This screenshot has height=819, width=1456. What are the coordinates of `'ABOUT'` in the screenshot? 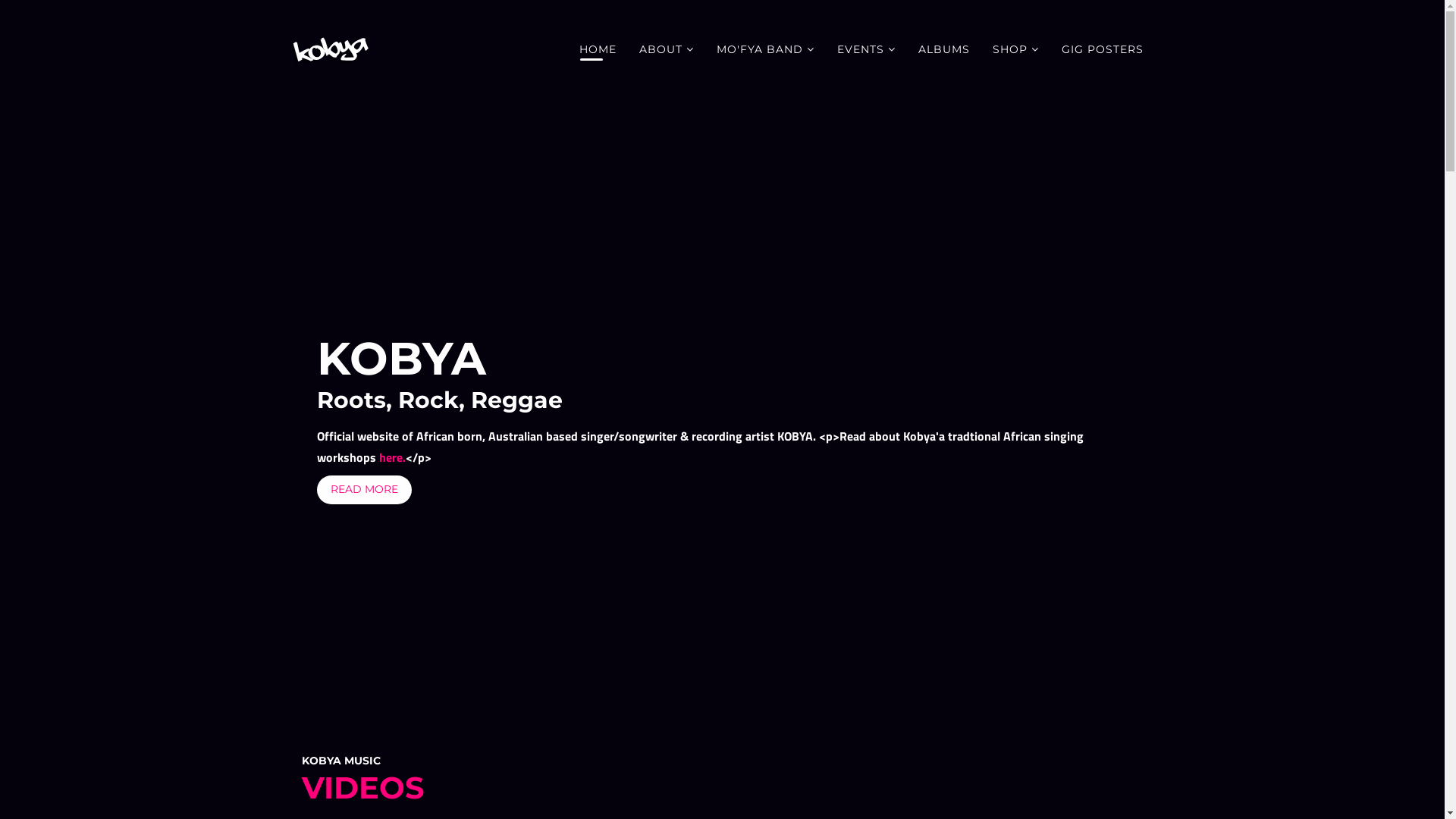 It's located at (666, 49).